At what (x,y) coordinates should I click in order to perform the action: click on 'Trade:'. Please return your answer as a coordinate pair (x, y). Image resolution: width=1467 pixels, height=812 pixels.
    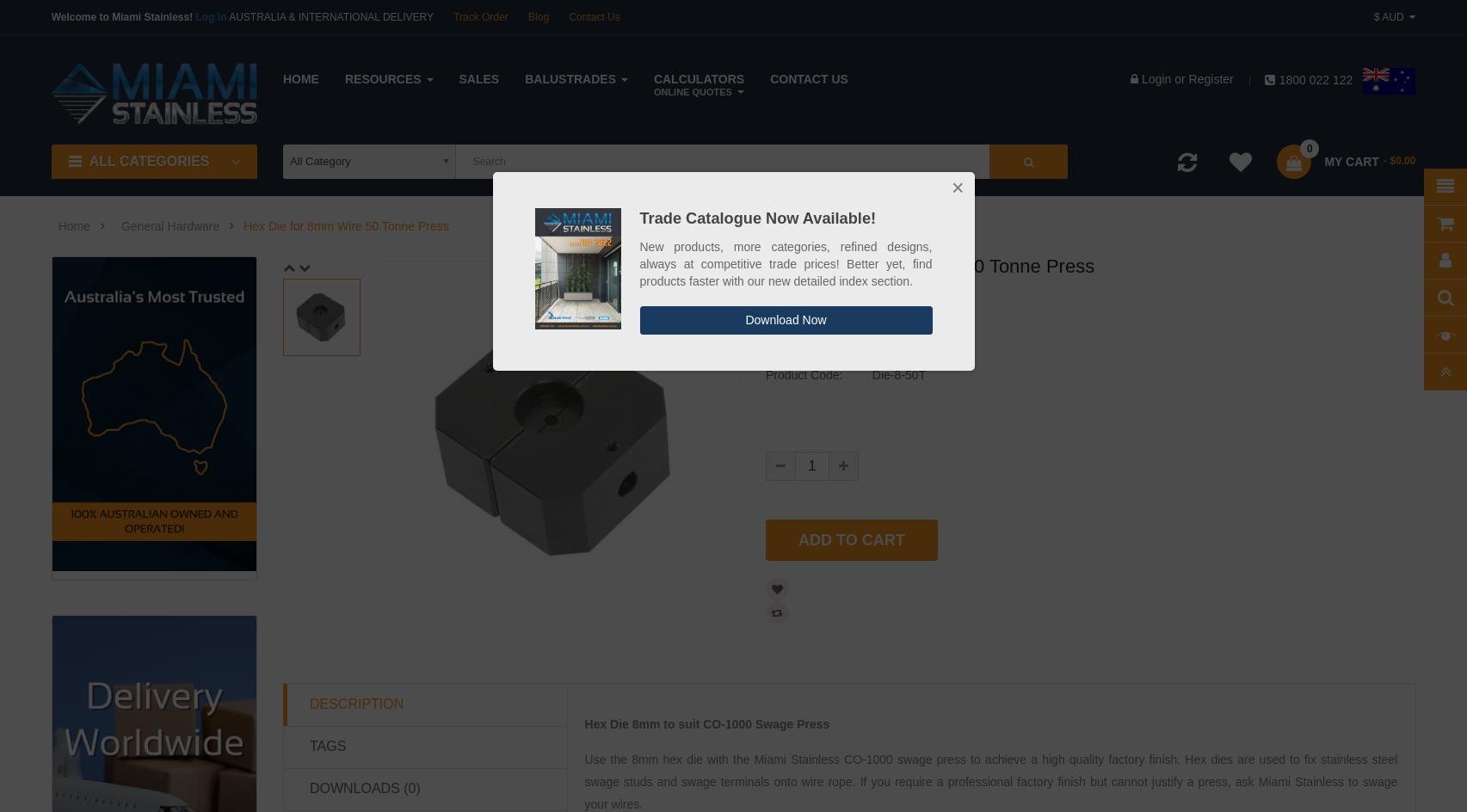
    Looking at the image, I should click on (804, 320).